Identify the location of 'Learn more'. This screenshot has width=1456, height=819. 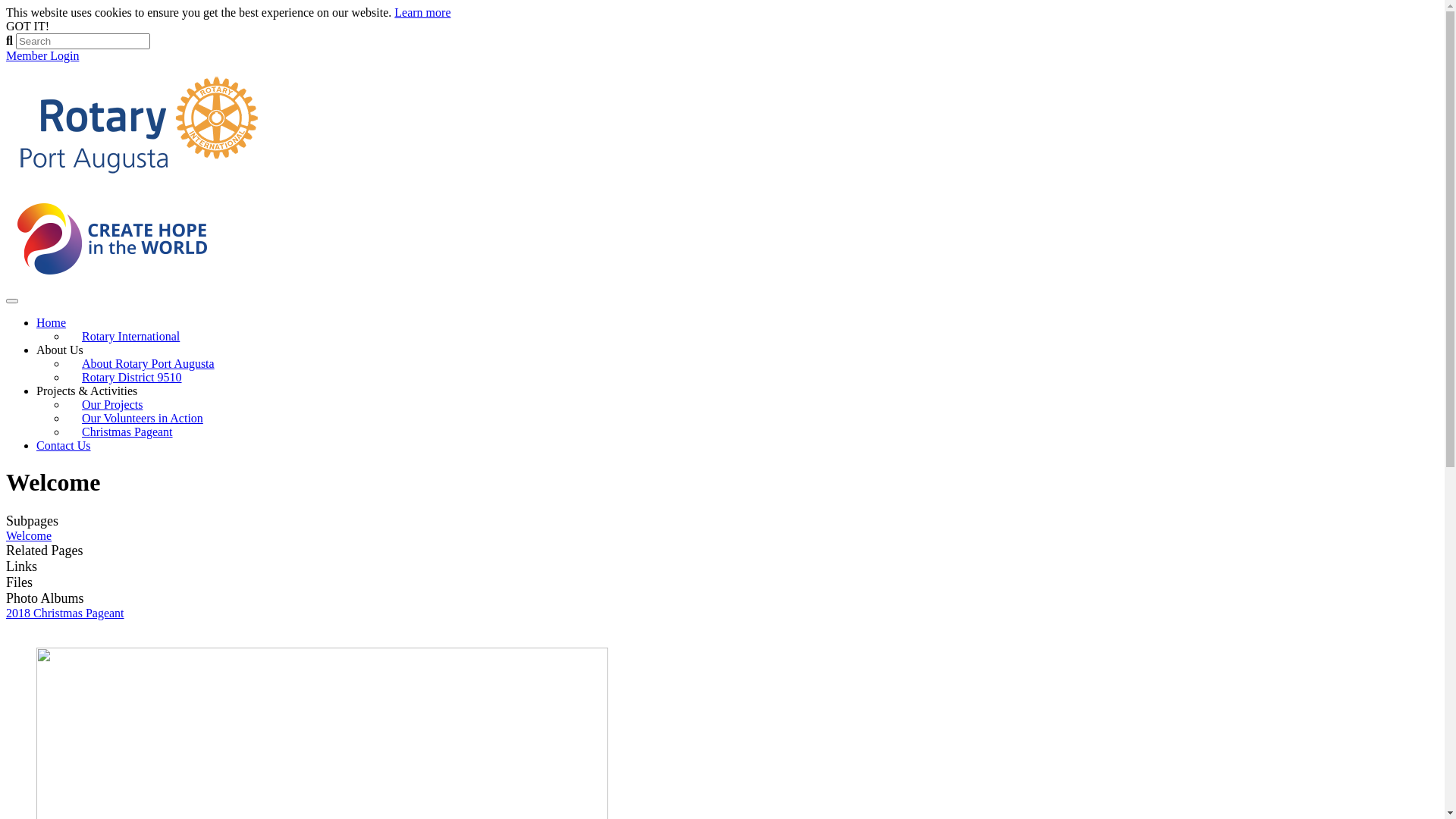
(422, 12).